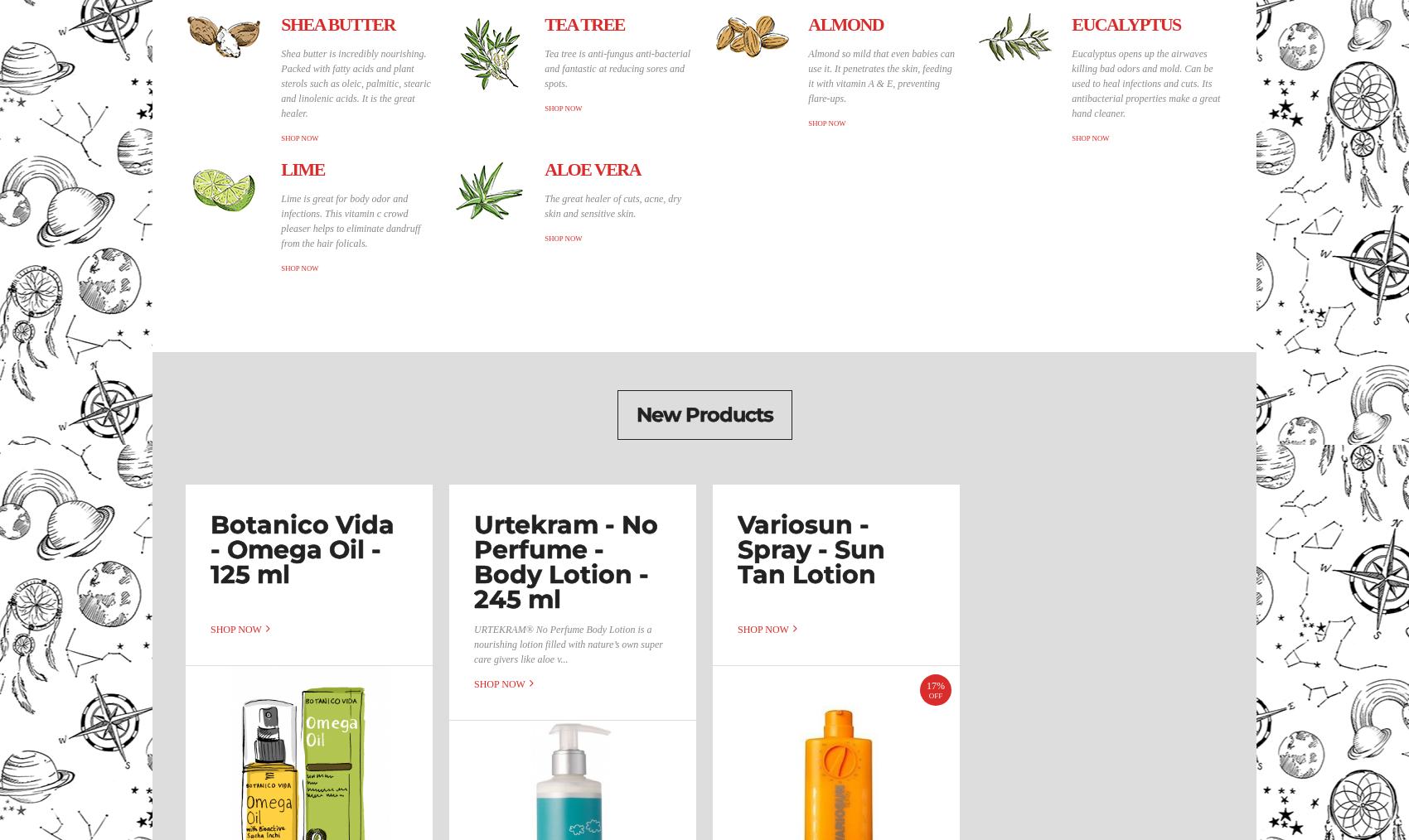 The height and width of the screenshot is (840, 1409). Describe the element at coordinates (613, 205) in the screenshot. I see `'The great healer of cuts, acne, dry skin and sensitive skin.'` at that location.